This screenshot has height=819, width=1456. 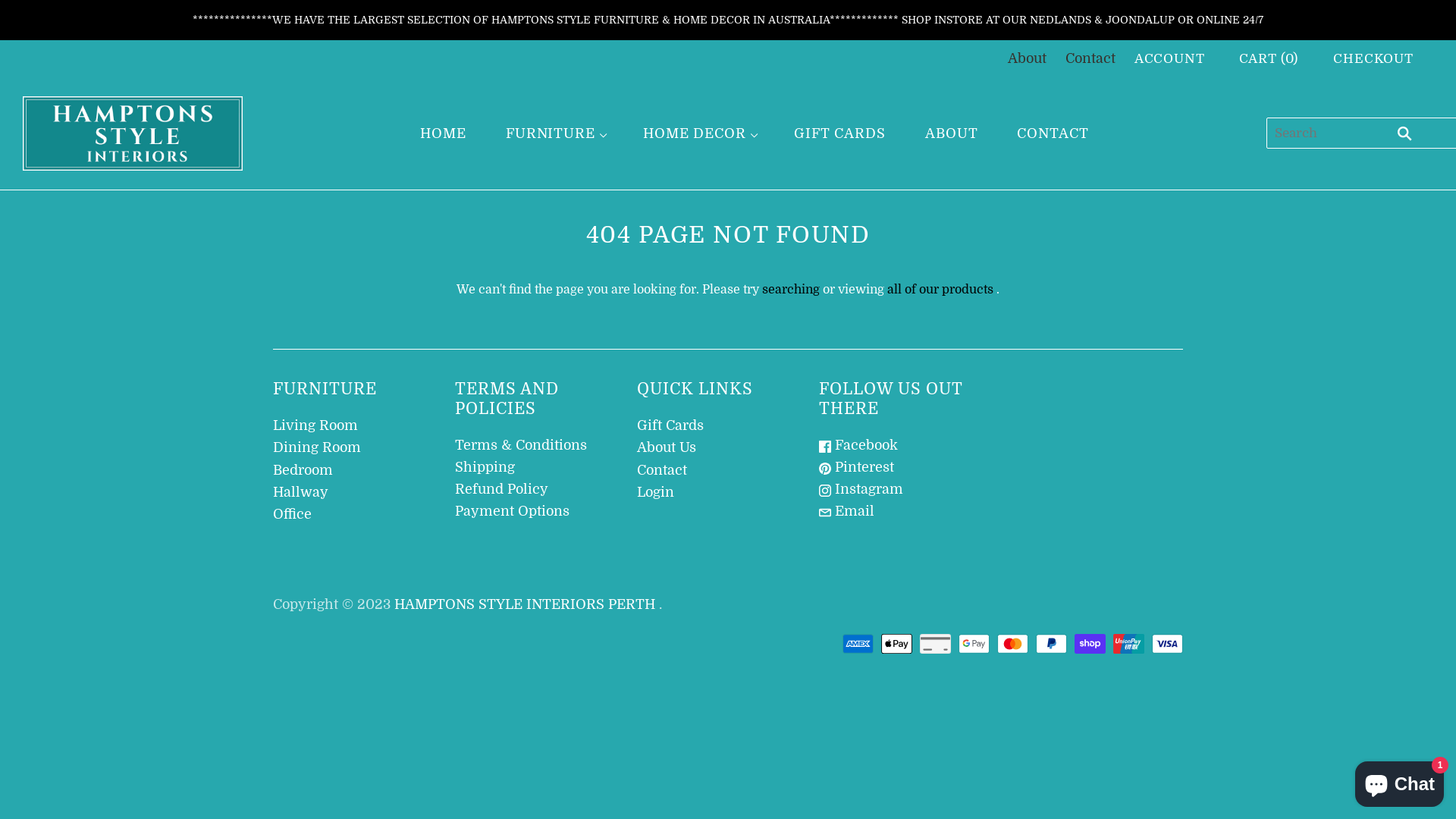 What do you see at coordinates (939, 289) in the screenshot?
I see `'all of our products'` at bounding box center [939, 289].